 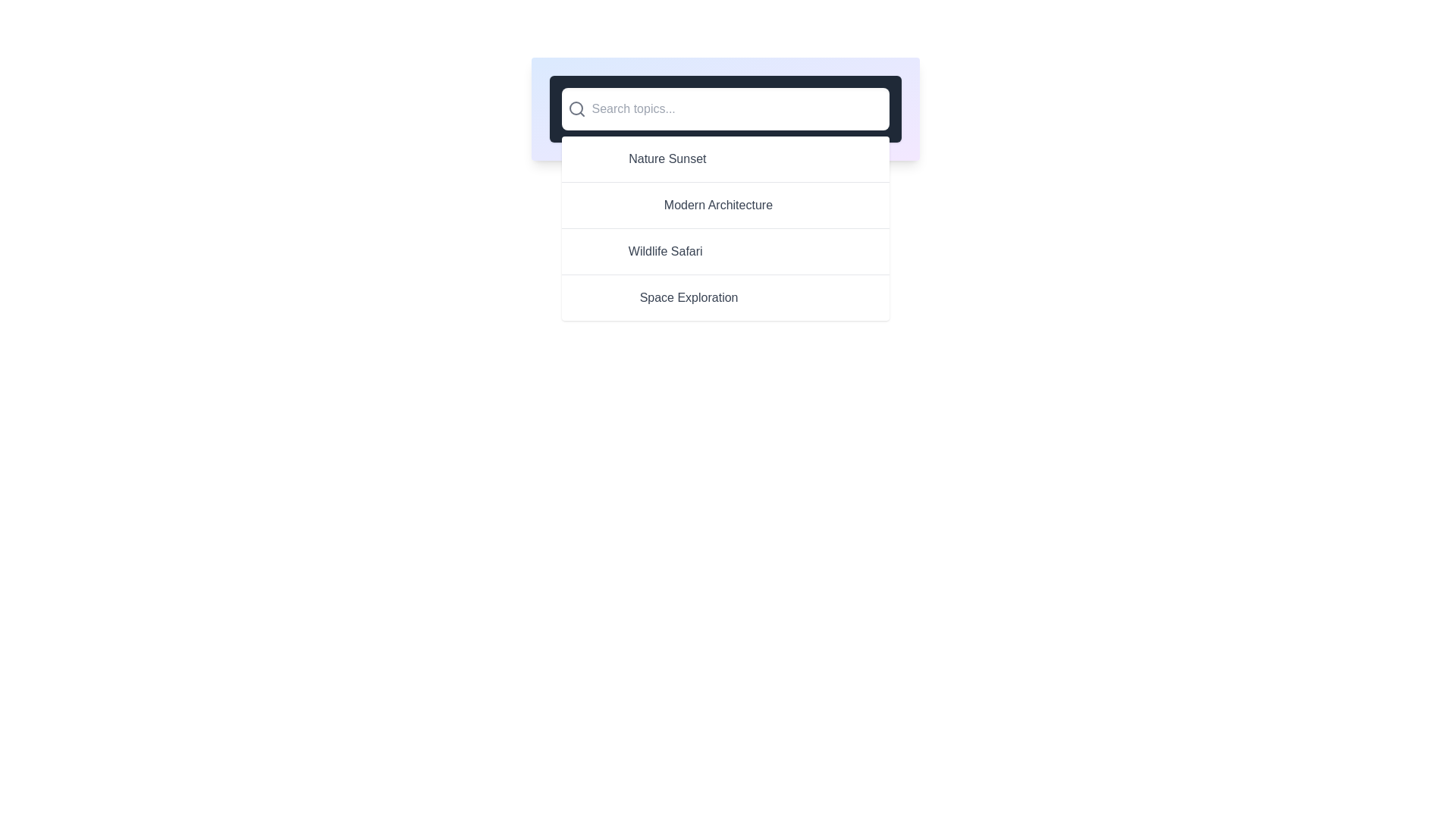 I want to click on the 'Space Exploration' menu item using keyboard navigation, so click(x=724, y=297).